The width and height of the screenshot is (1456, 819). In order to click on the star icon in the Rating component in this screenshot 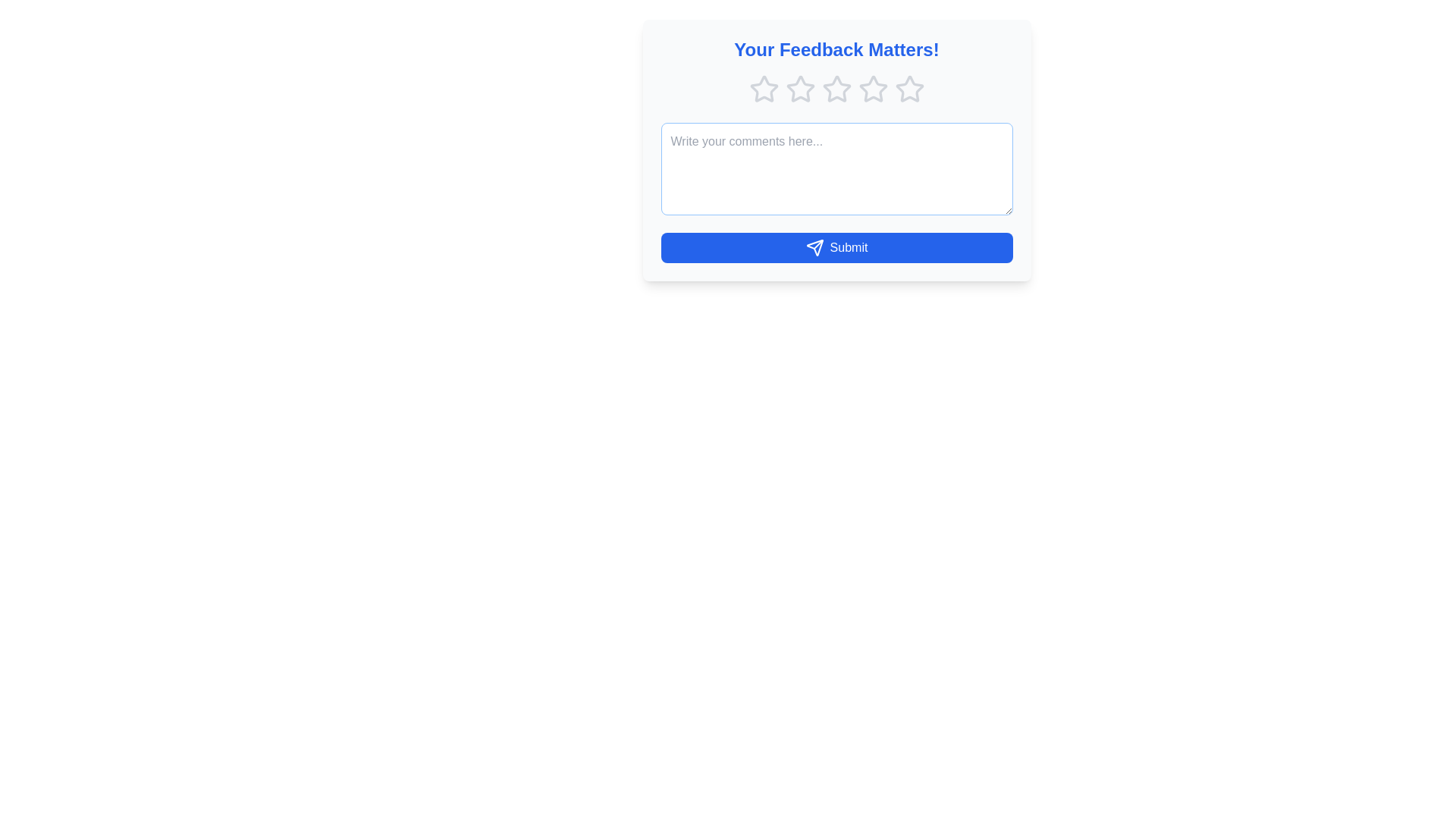, I will do `click(836, 89)`.